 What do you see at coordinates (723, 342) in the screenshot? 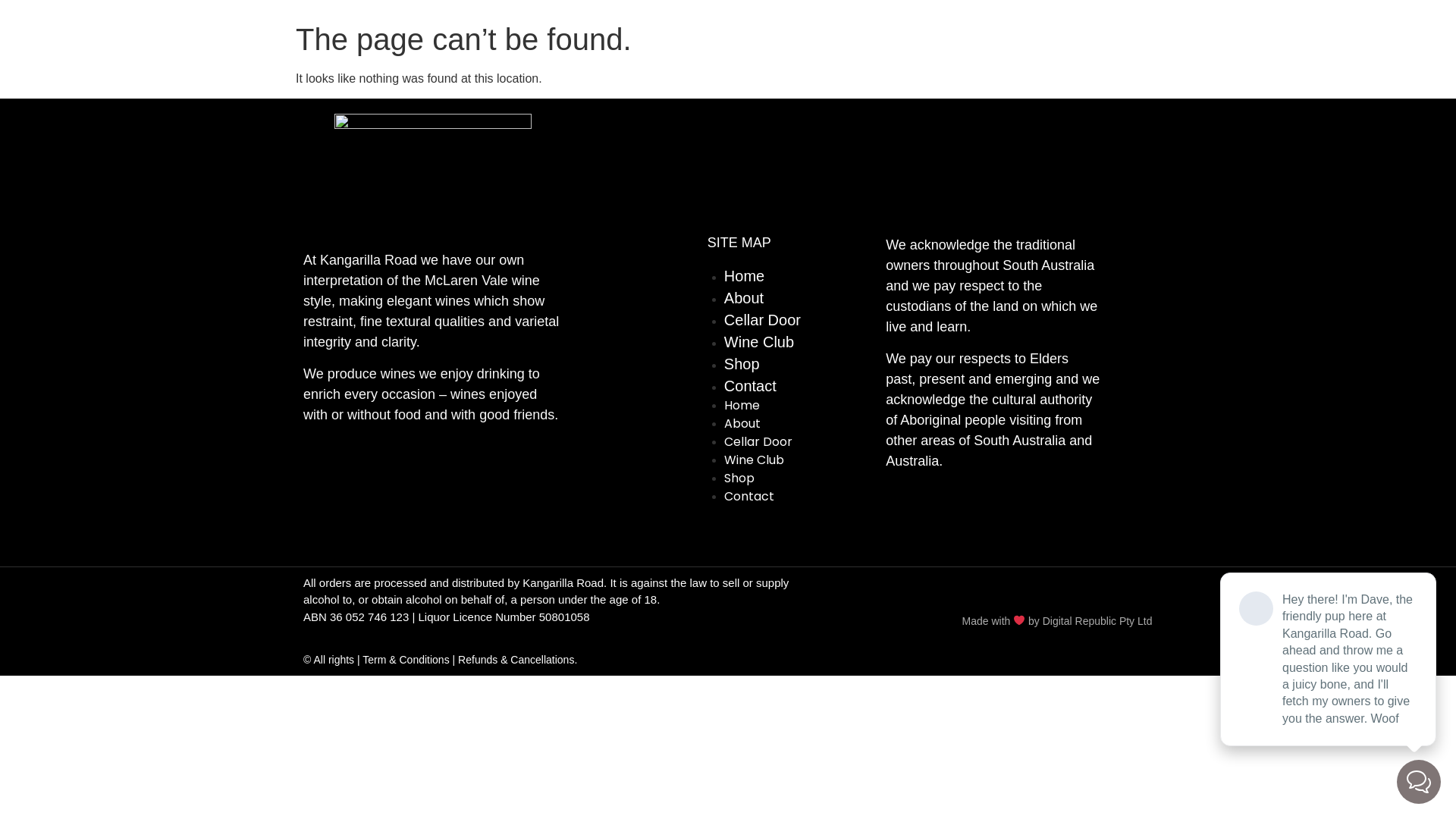
I see `'Wine Club'` at bounding box center [723, 342].